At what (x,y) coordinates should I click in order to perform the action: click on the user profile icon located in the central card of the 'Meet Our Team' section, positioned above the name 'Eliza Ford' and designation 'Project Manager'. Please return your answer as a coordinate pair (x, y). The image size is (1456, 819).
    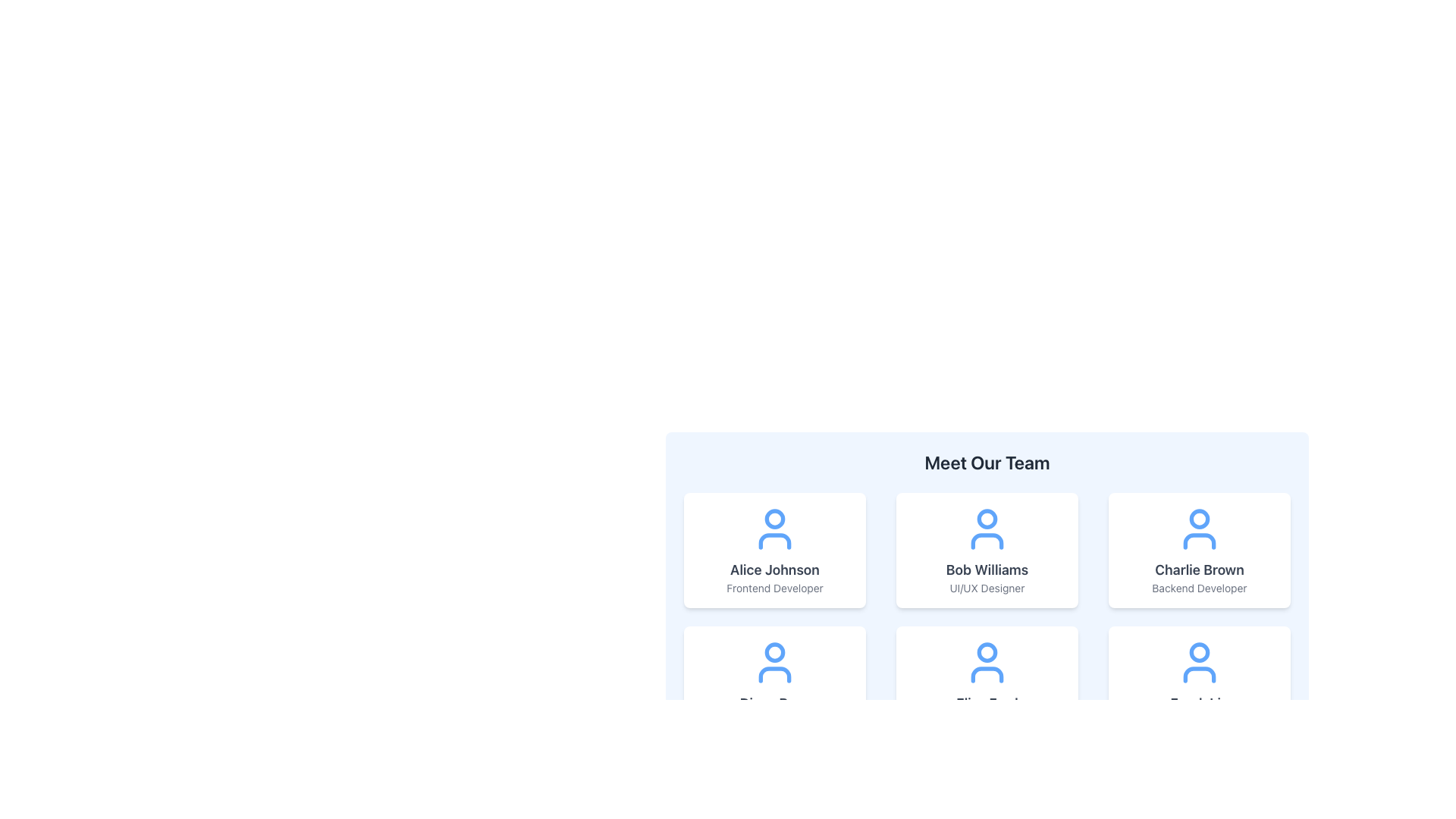
    Looking at the image, I should click on (987, 662).